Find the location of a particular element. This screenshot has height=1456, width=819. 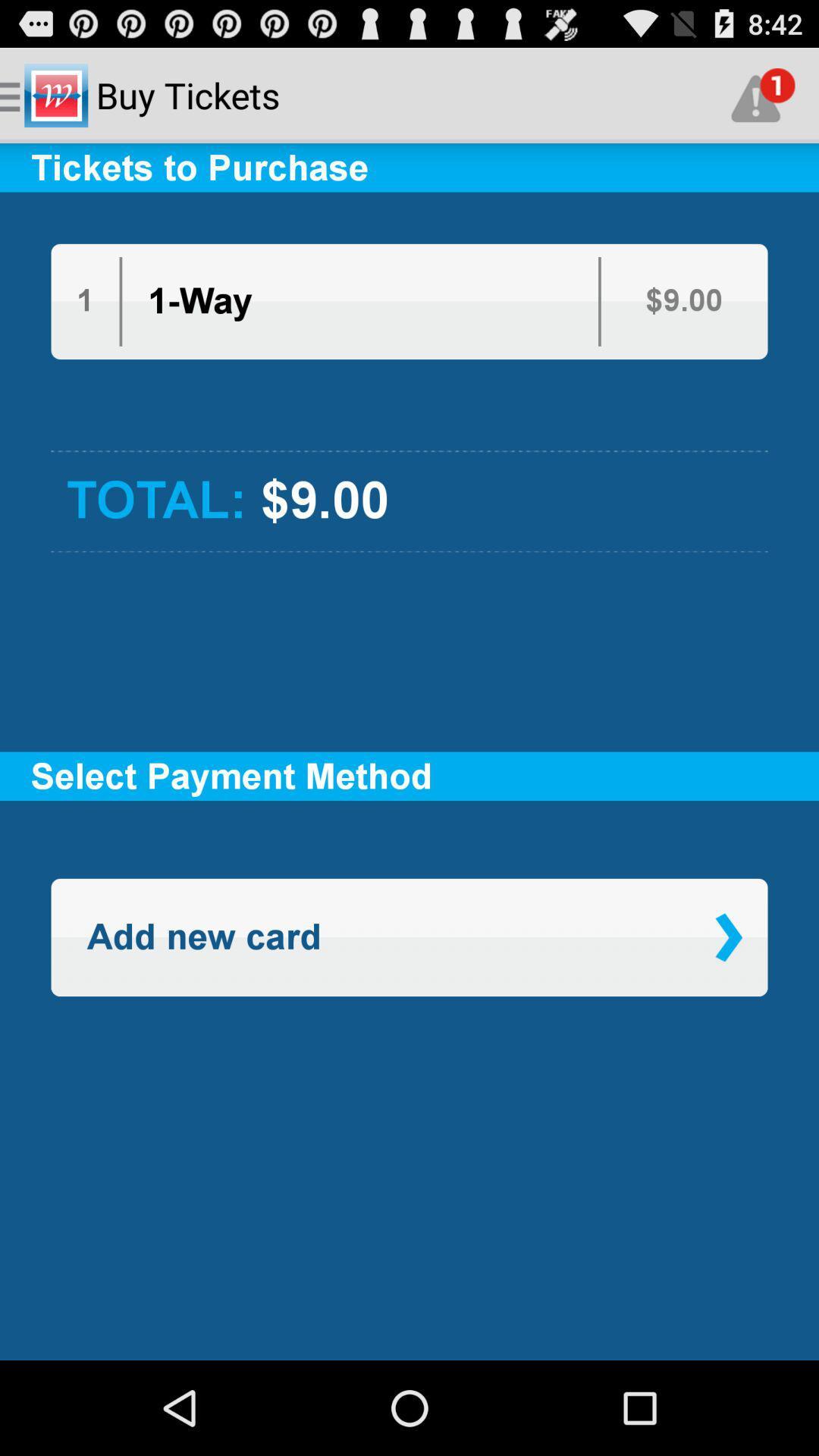

app below the 1 is located at coordinates (409, 385).